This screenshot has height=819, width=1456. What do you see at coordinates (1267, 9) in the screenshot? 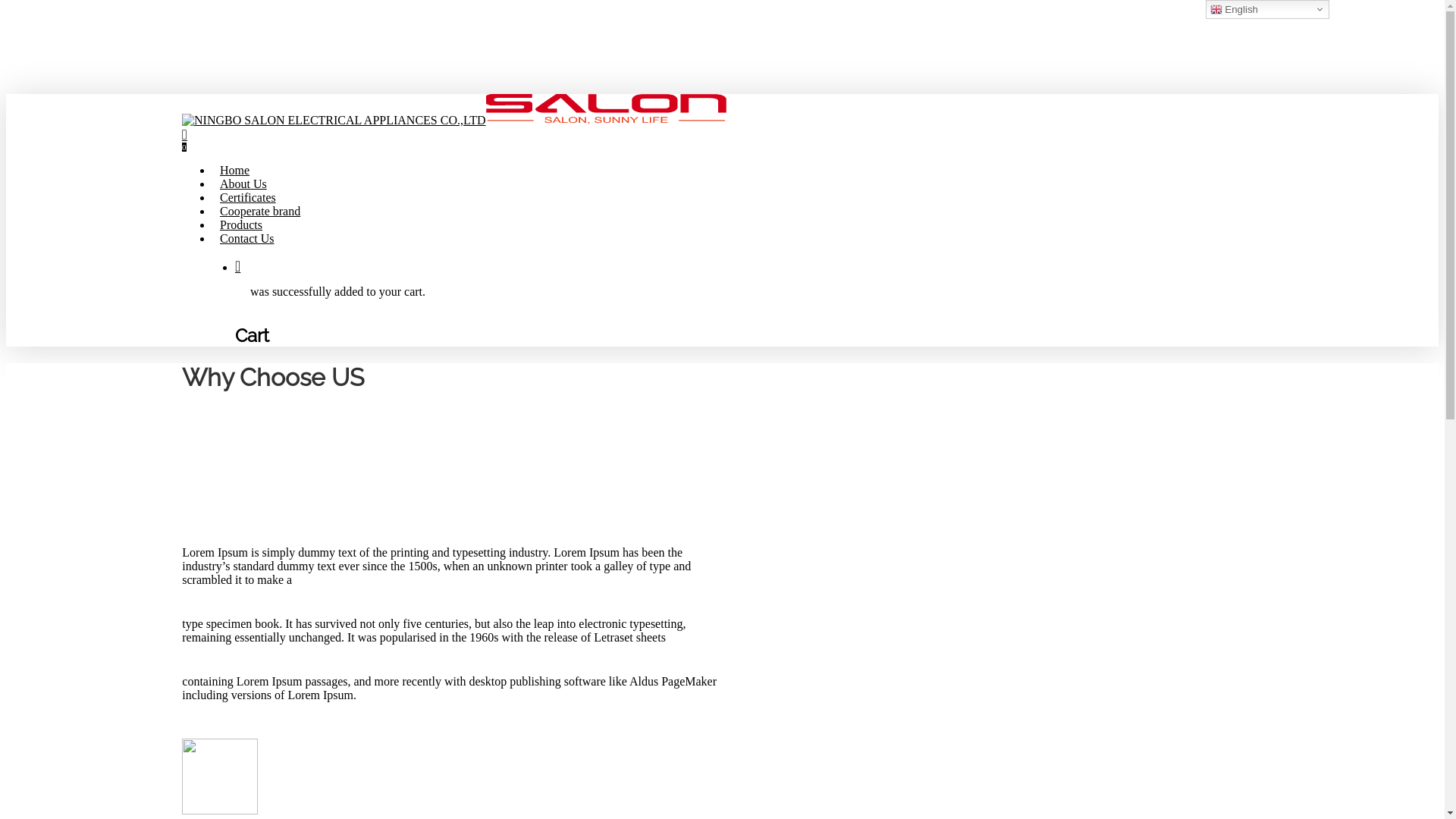
I see `'English'` at bounding box center [1267, 9].